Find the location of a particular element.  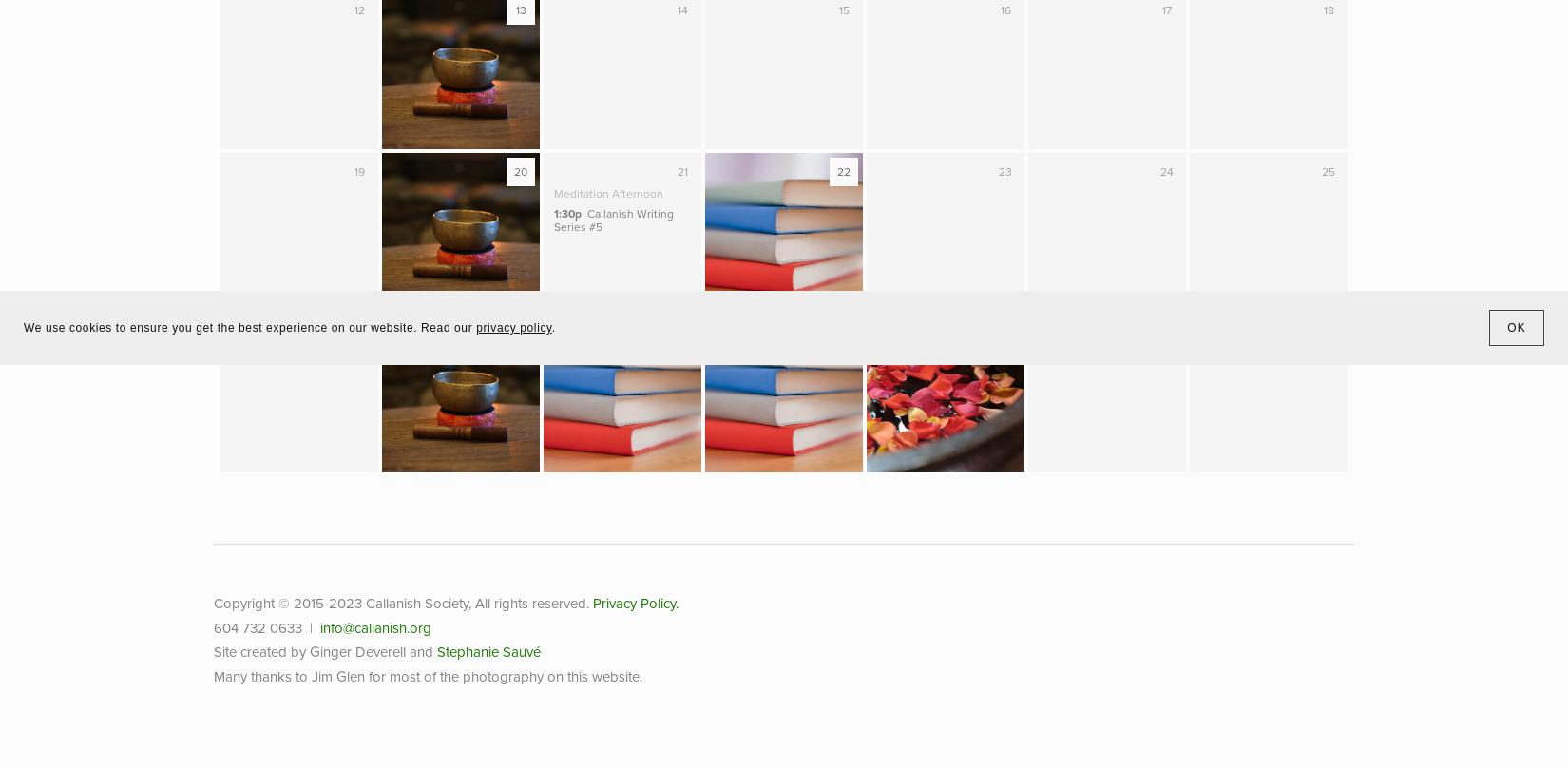

'21' is located at coordinates (680, 170).